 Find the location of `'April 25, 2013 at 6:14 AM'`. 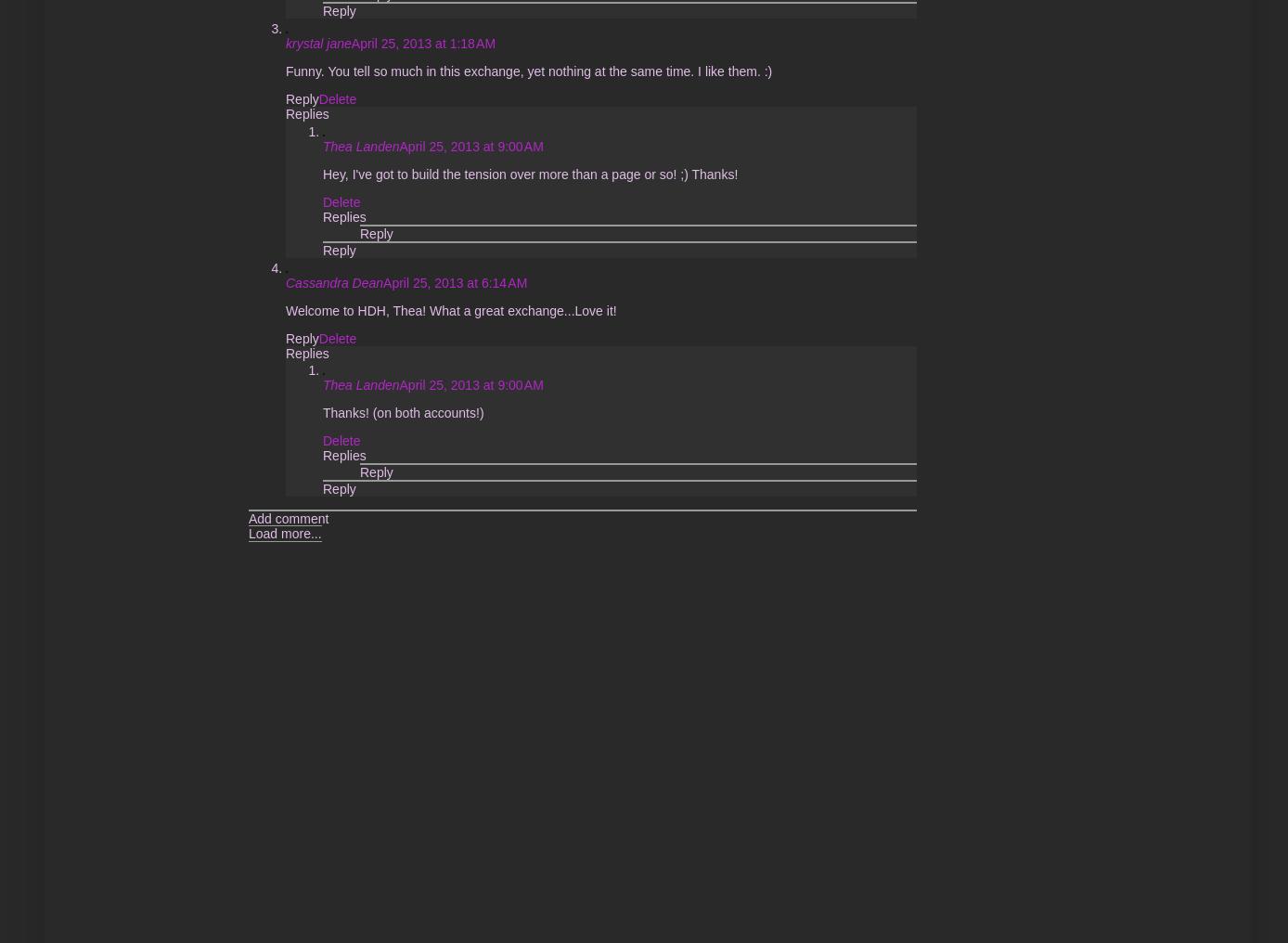

'April 25, 2013 at 6:14 AM' is located at coordinates (455, 280).